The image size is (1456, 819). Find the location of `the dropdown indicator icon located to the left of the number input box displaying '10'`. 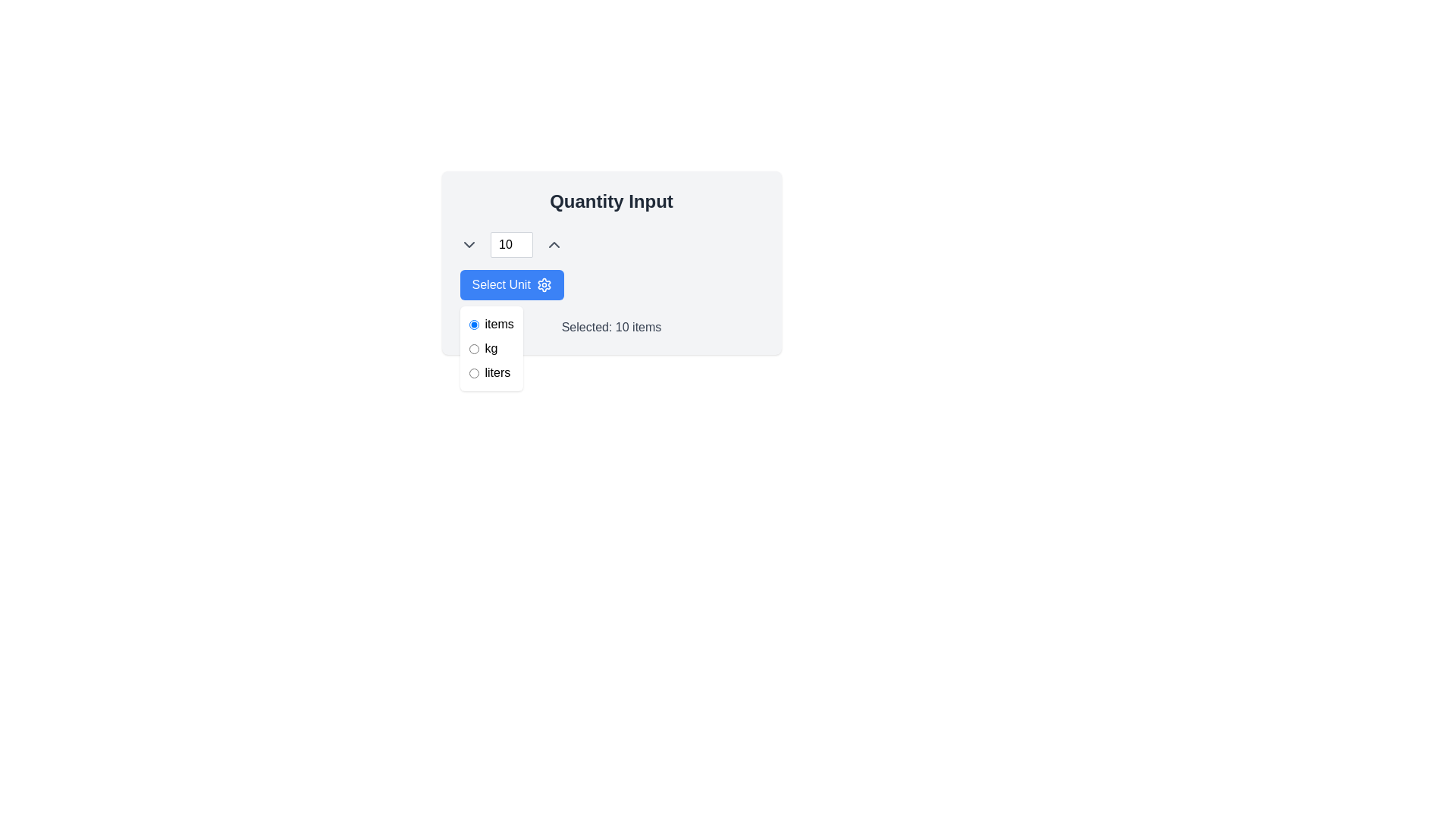

the dropdown indicator icon located to the left of the number input box displaying '10' is located at coordinates (468, 244).